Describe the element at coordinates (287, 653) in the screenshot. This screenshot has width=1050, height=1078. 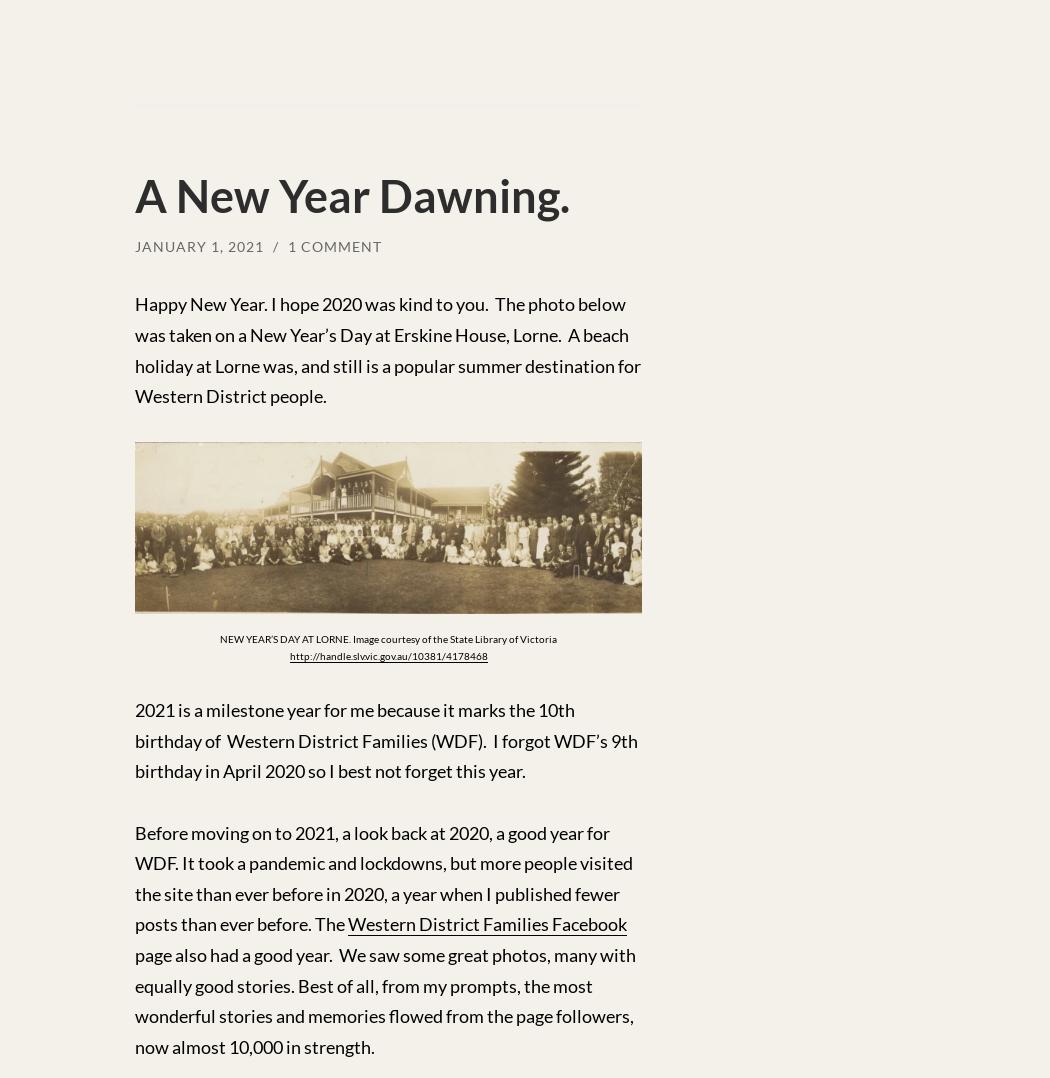
I see `'http://handle.slv.vic.gov.au/10381/4178468'` at that location.